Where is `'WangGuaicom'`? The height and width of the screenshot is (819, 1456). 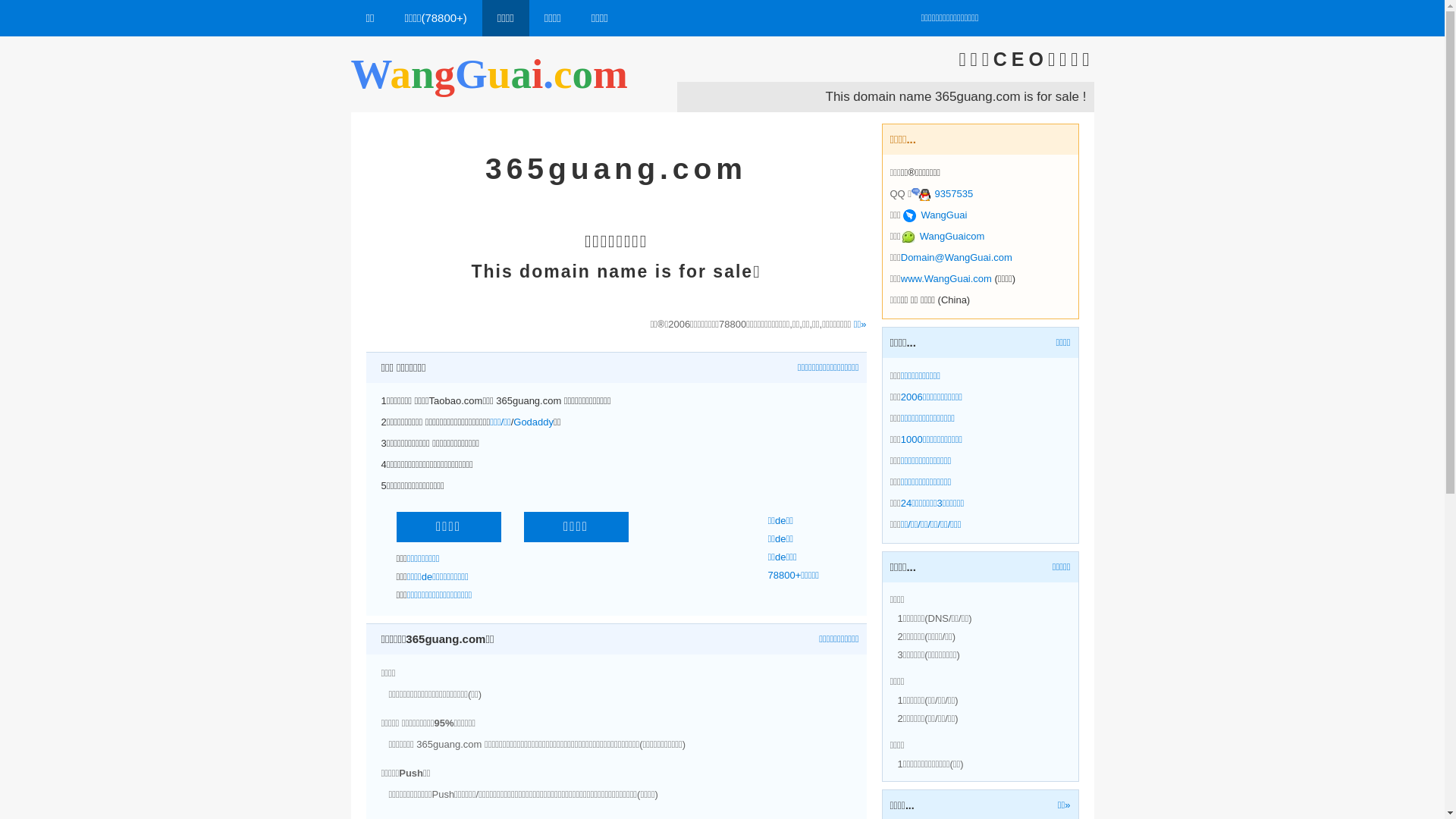 'WangGuaicom' is located at coordinates (901, 236).